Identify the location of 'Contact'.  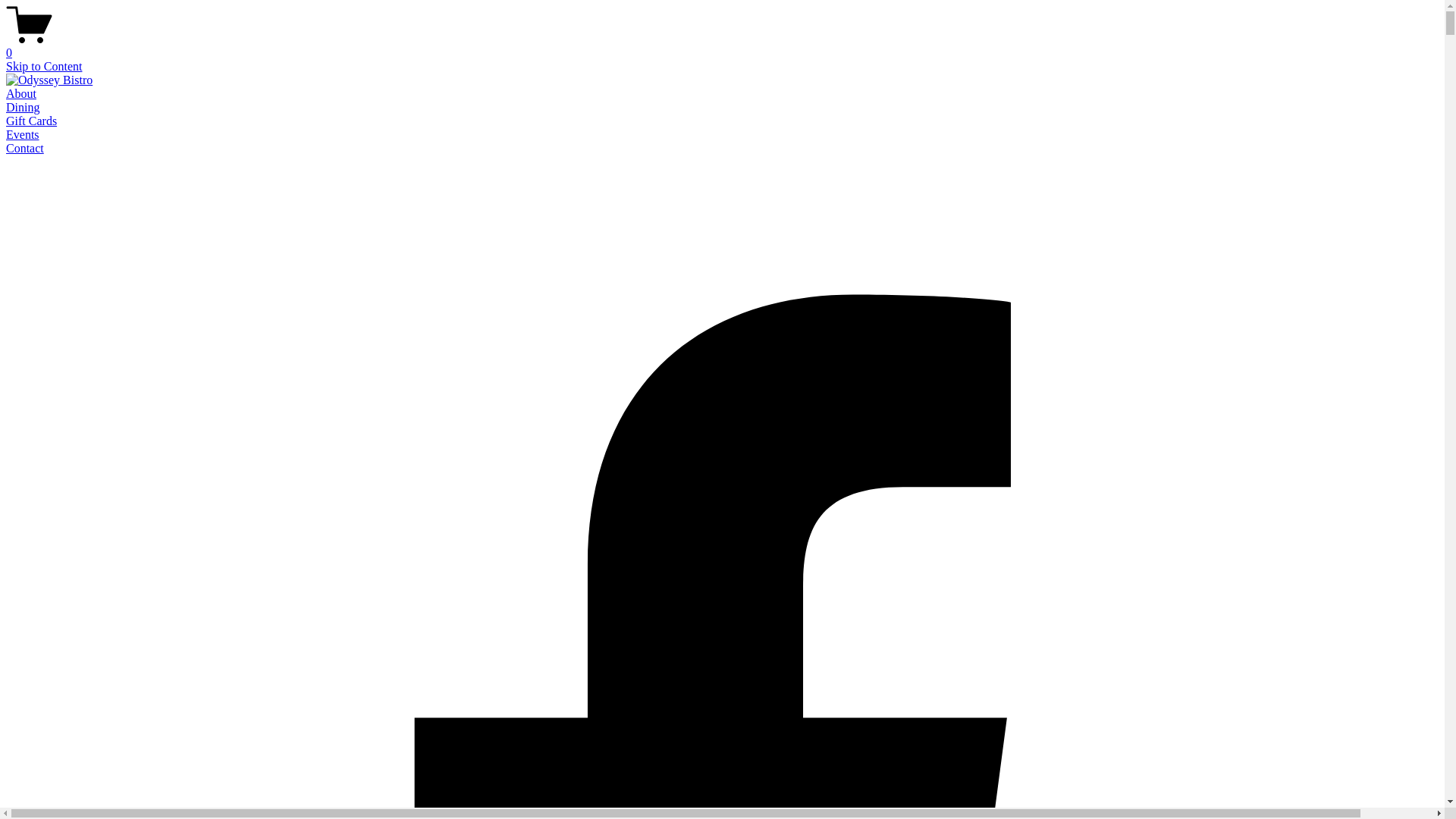
(6, 148).